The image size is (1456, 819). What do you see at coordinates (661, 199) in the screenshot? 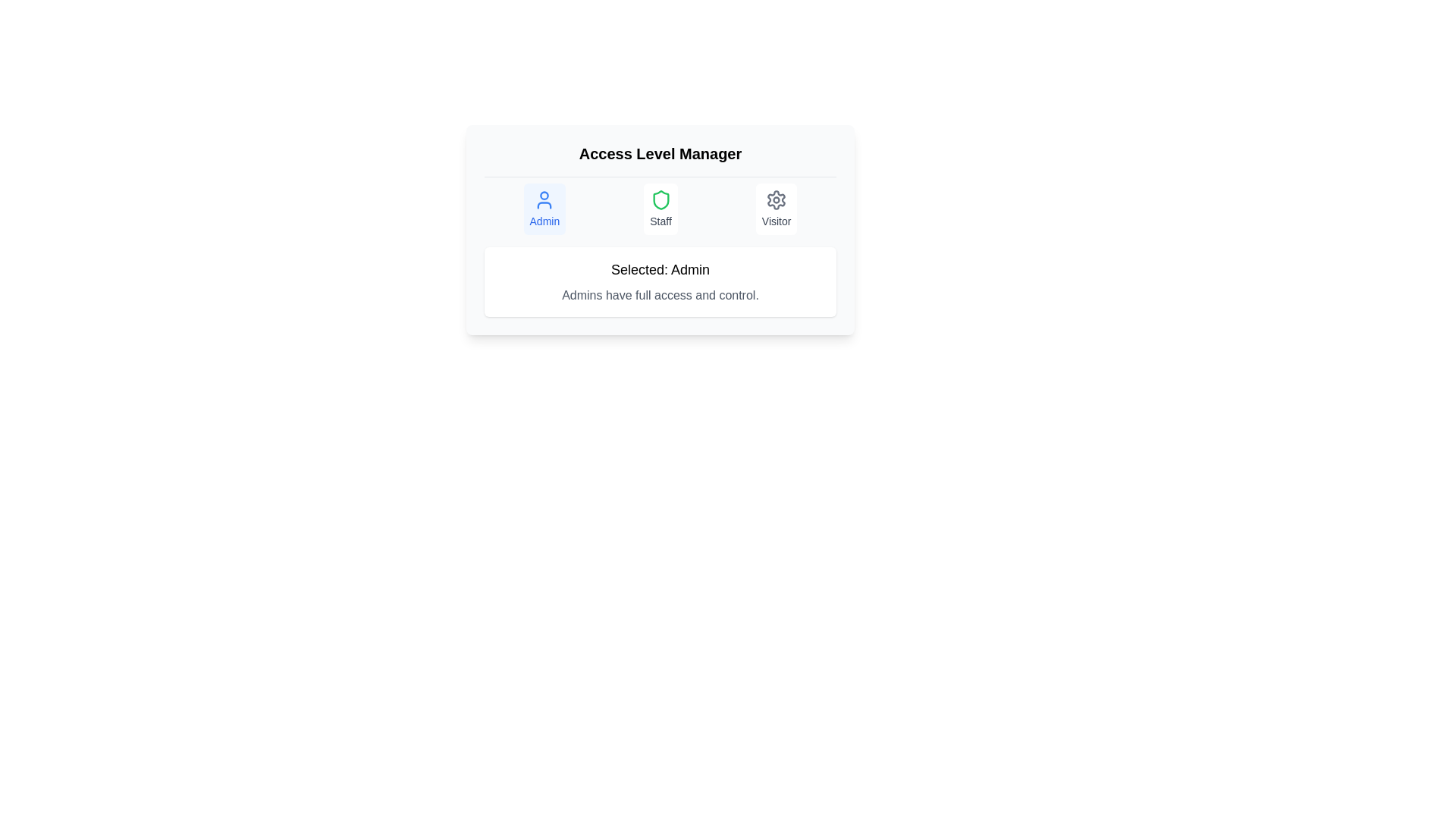
I see `the green shield-shaped icon located in the 'Access Level Manager' section above the 'Staff' text, which is part of the role selection interface` at bounding box center [661, 199].